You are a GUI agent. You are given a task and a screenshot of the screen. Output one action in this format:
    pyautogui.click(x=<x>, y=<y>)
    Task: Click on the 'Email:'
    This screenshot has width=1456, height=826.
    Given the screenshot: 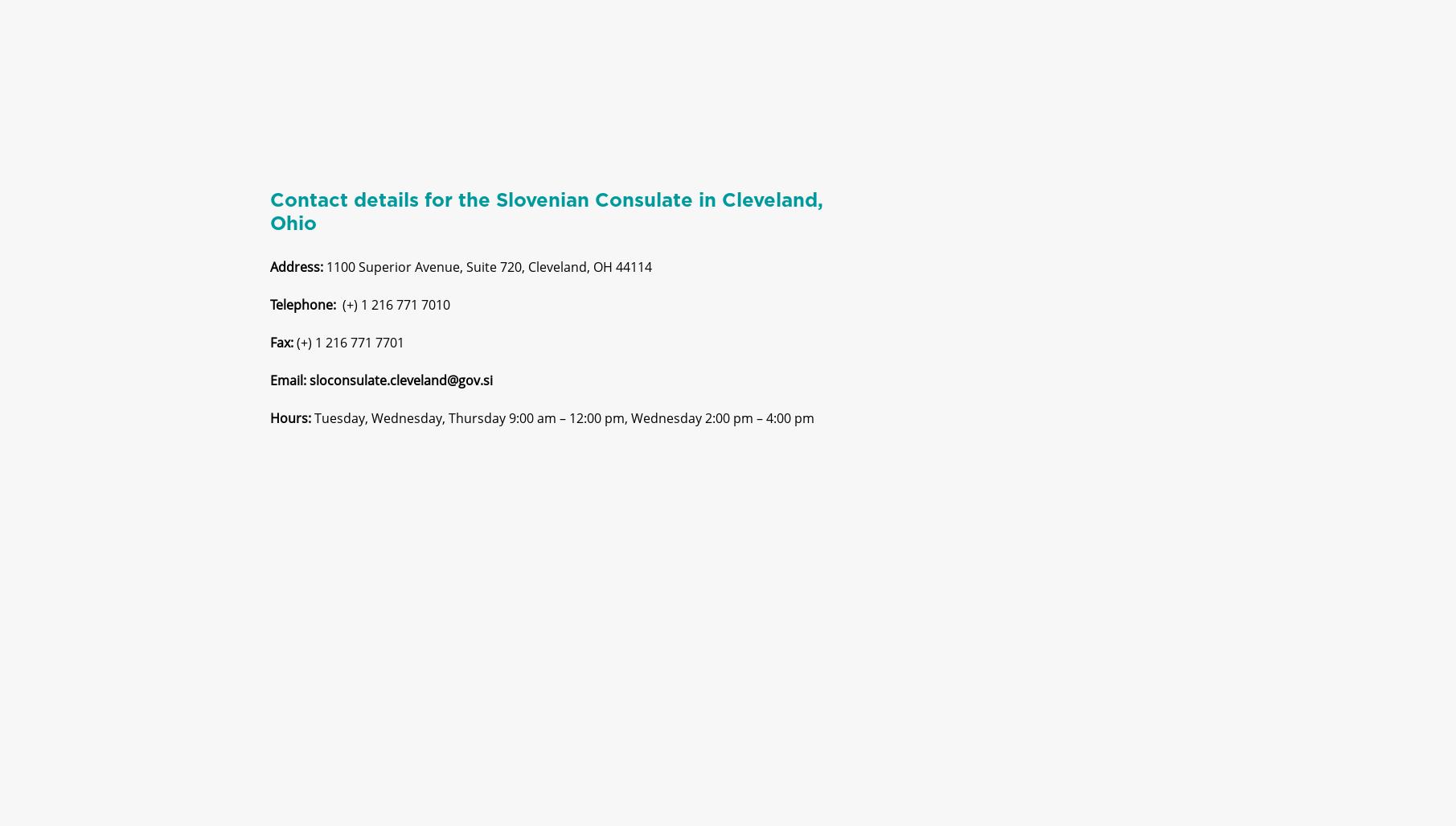 What is the action you would take?
    pyautogui.click(x=286, y=393)
    